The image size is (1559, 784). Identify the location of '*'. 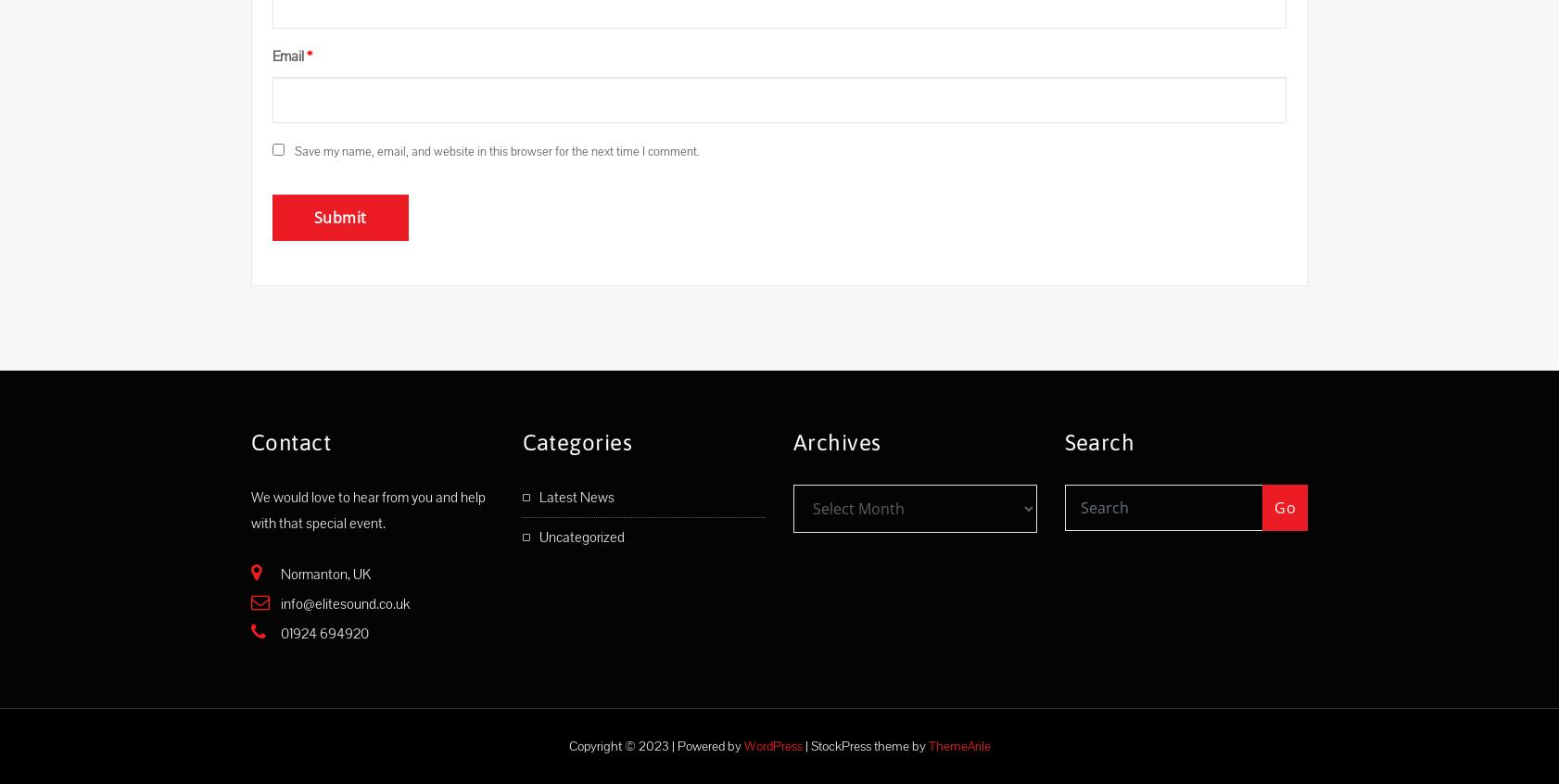
(309, 55).